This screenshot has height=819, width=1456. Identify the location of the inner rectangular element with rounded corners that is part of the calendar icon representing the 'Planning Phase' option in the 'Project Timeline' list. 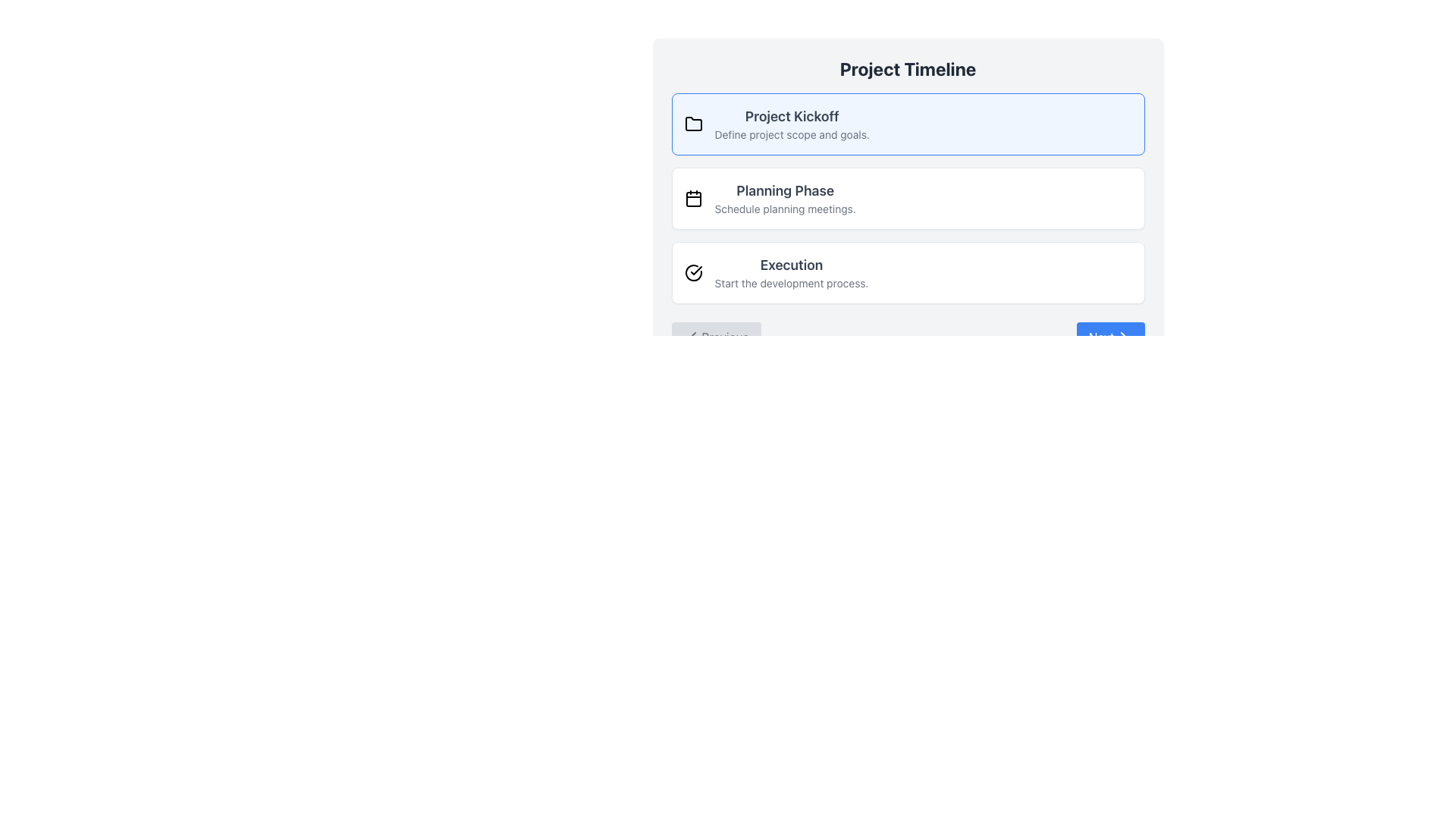
(692, 198).